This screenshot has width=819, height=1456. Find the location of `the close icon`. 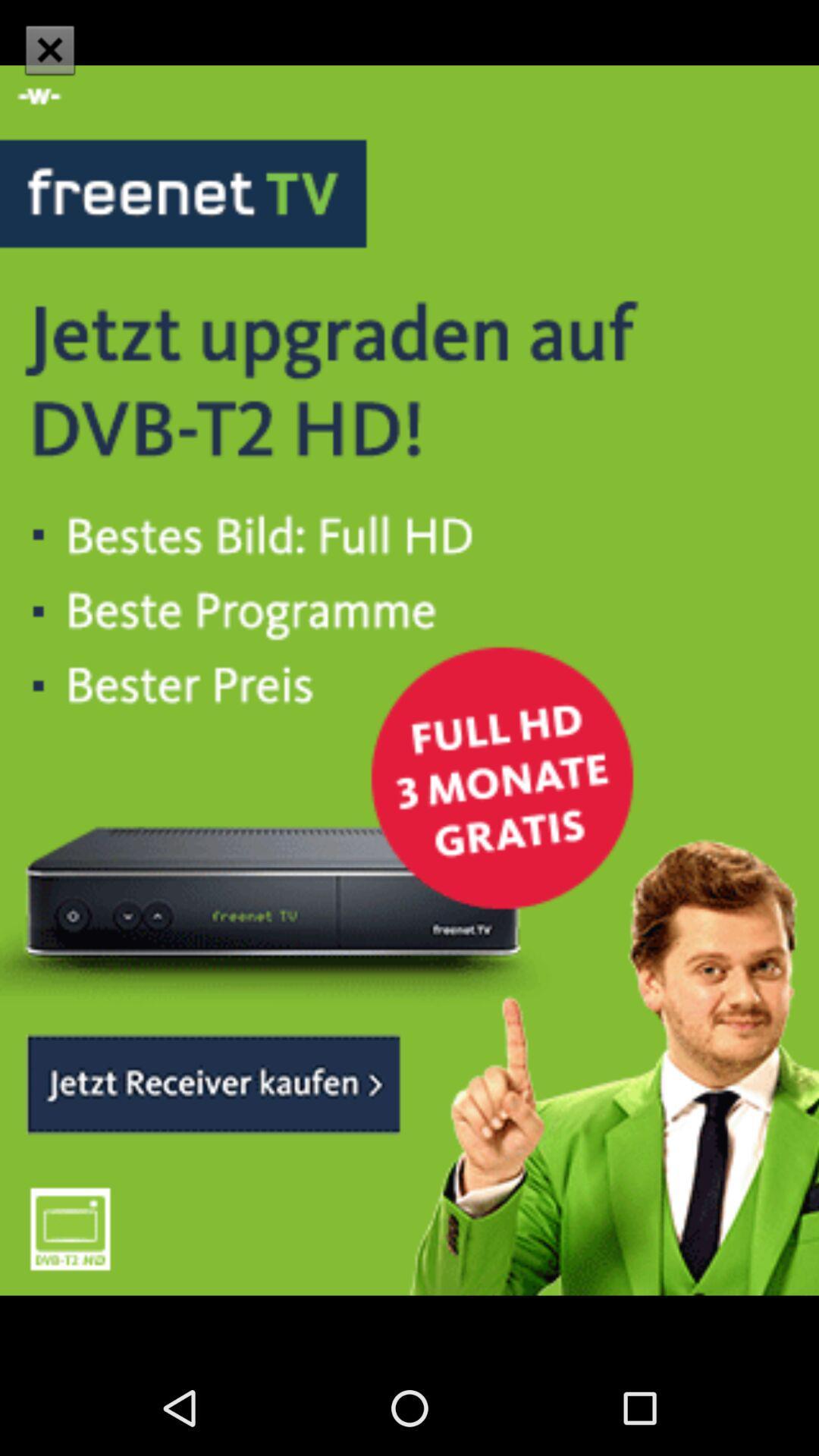

the close icon is located at coordinates (49, 53).